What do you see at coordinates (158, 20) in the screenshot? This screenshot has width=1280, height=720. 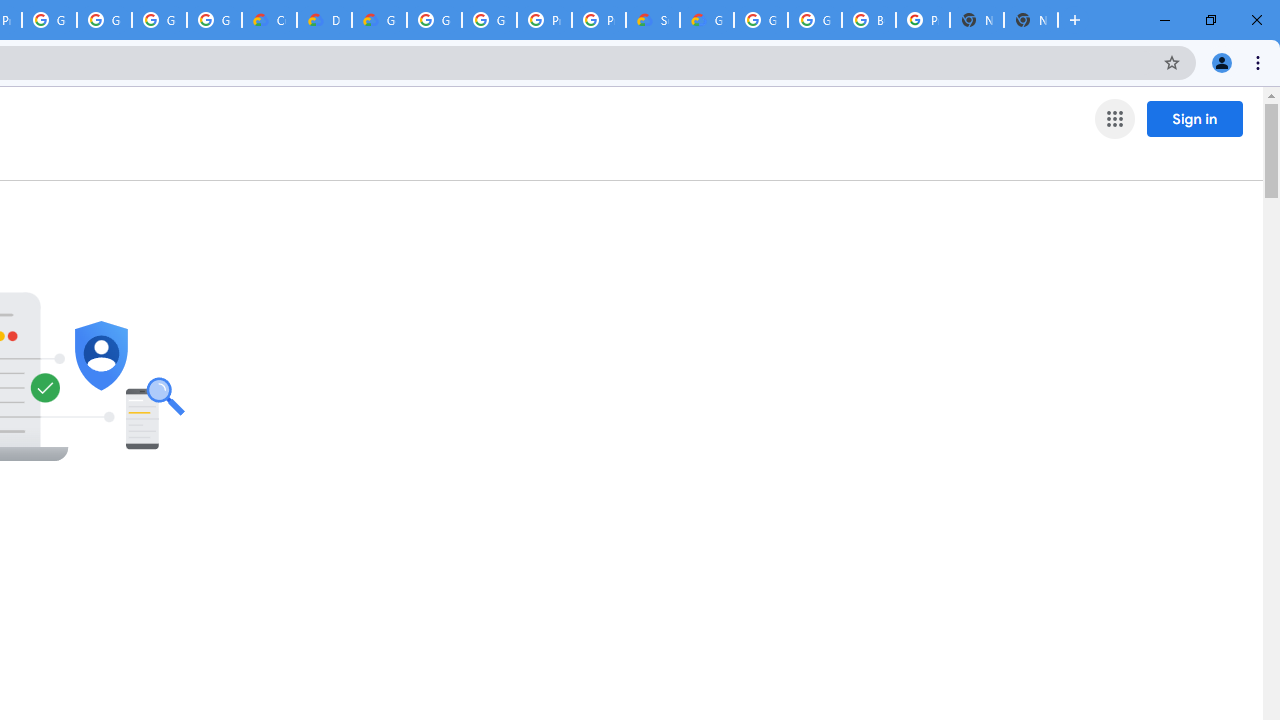 I see `'Google Workspace - Specific Terms'` at bounding box center [158, 20].